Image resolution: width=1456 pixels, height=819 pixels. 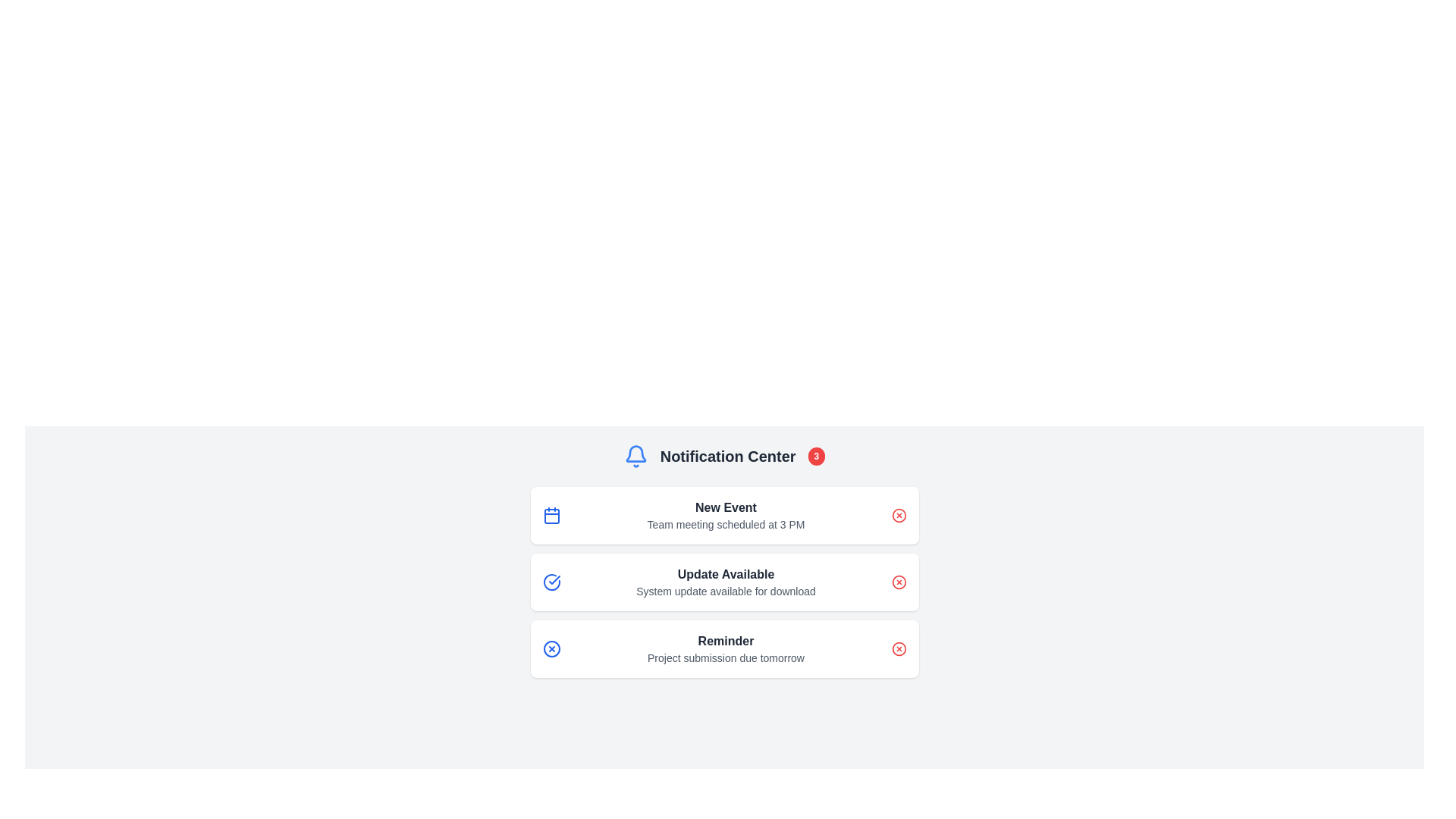 What do you see at coordinates (725, 581) in the screenshot?
I see `the 'Update Available' notification text block, which is the second card in the Notification Center, displaying a message about a system update` at bounding box center [725, 581].